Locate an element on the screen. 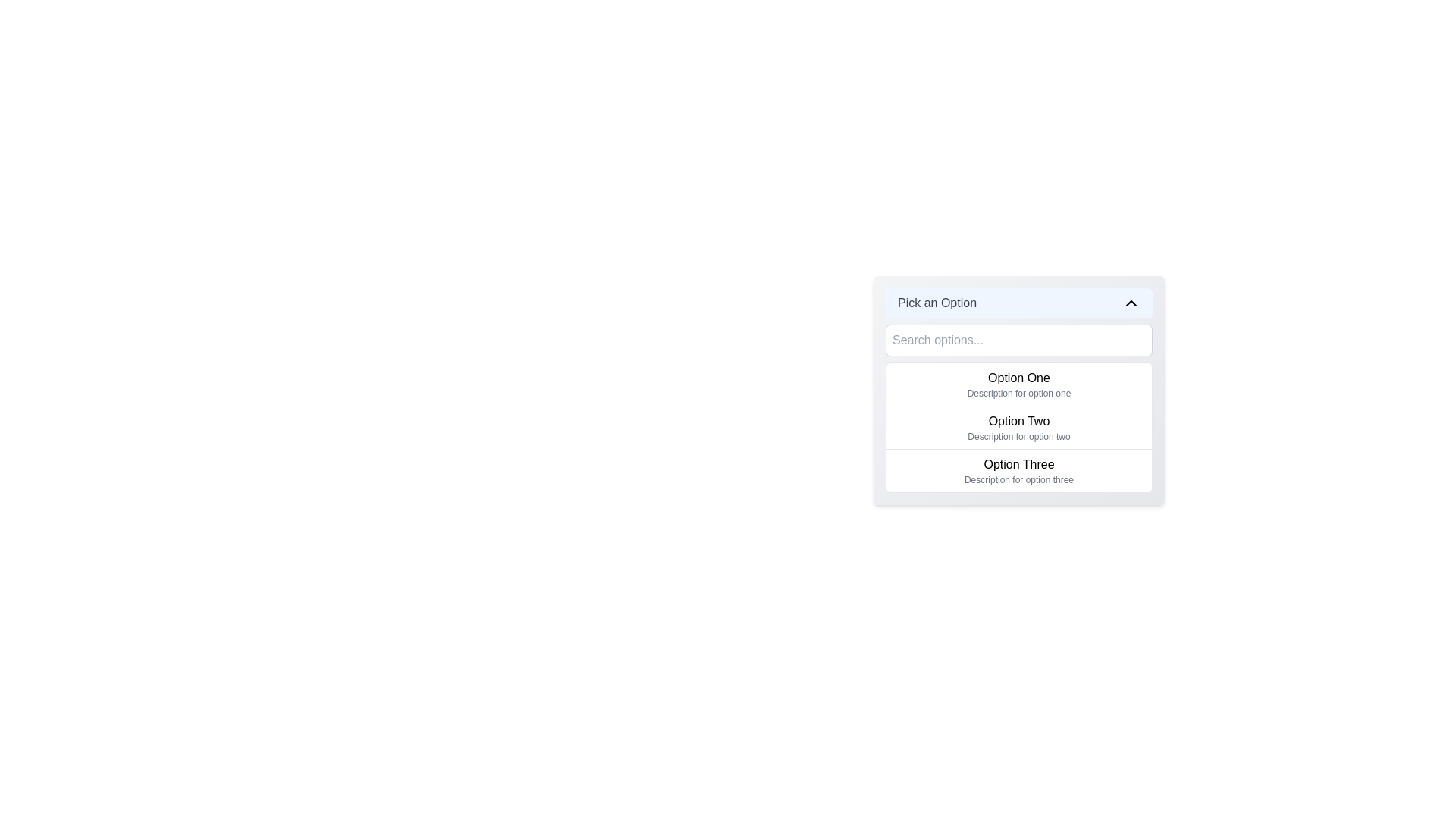 The image size is (1456, 819). the list item with the text 'Option Three' which is the third option in the vertical list under the heading 'Pick an Option.' is located at coordinates (1019, 469).